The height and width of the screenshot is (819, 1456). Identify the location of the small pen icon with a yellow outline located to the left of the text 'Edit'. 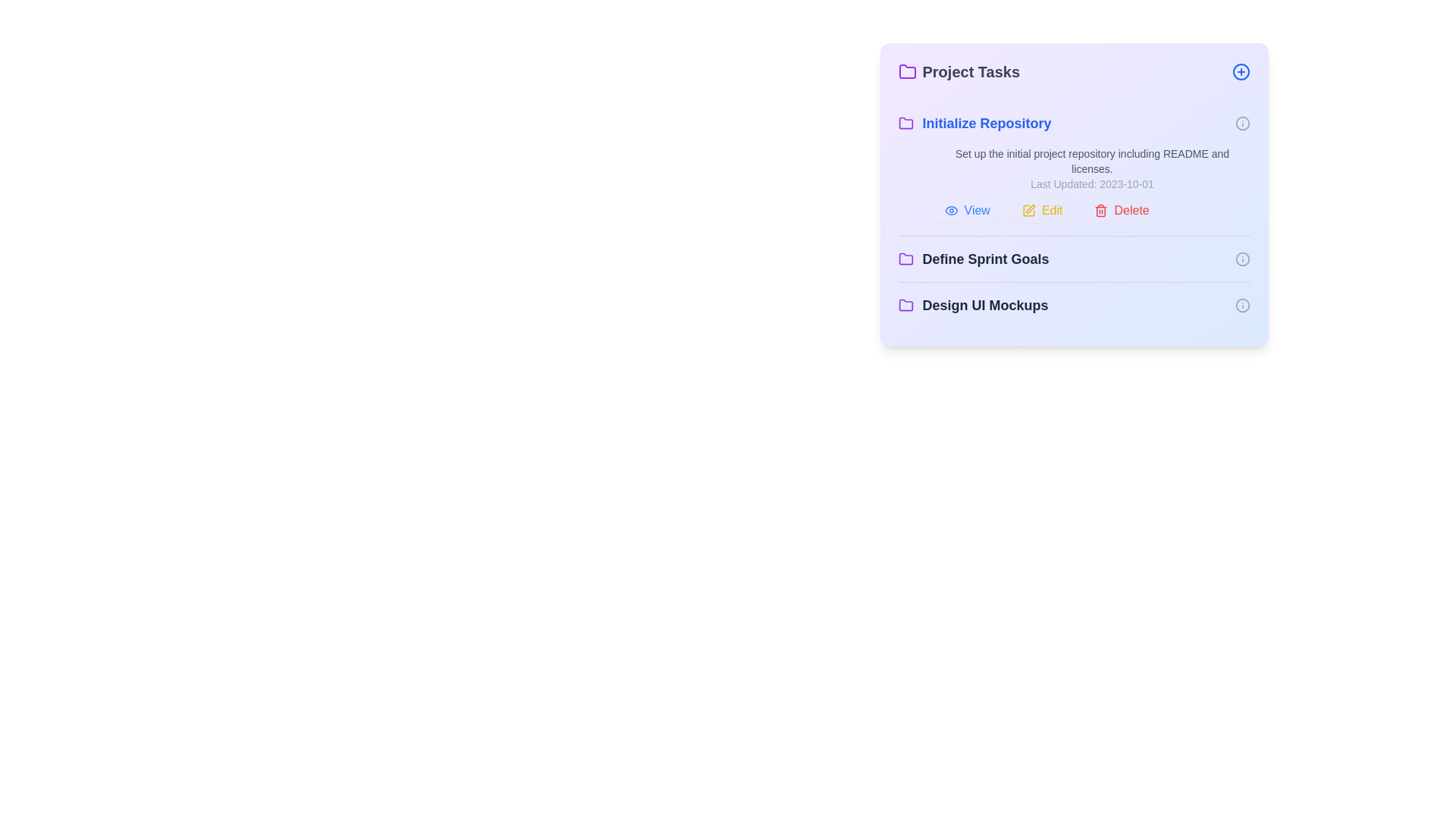
(1028, 210).